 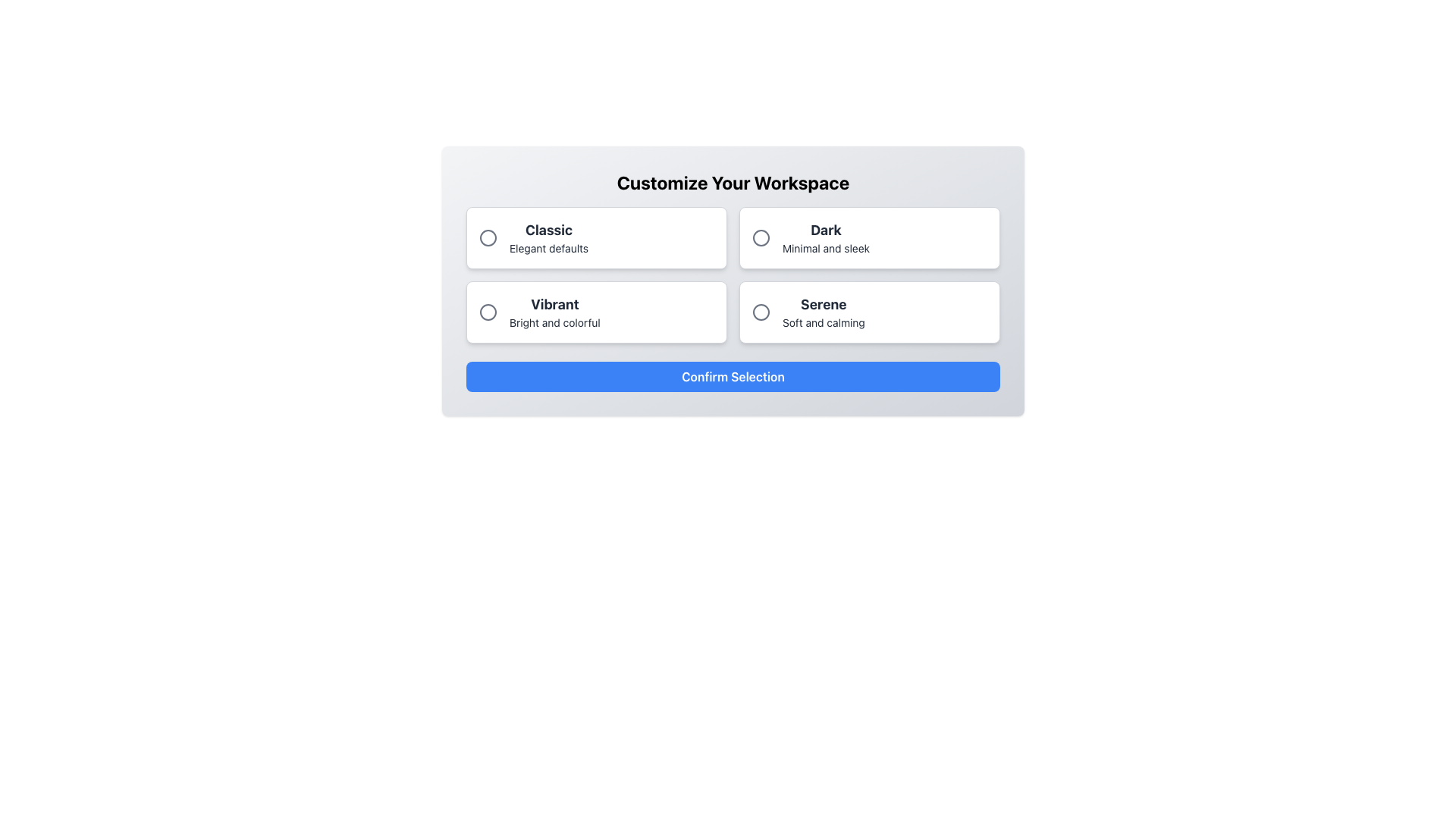 I want to click on the radio button located to the left of the 'Classic' option in the 'Customize Your Workspace' selection interface for accessibility, so click(x=488, y=237).